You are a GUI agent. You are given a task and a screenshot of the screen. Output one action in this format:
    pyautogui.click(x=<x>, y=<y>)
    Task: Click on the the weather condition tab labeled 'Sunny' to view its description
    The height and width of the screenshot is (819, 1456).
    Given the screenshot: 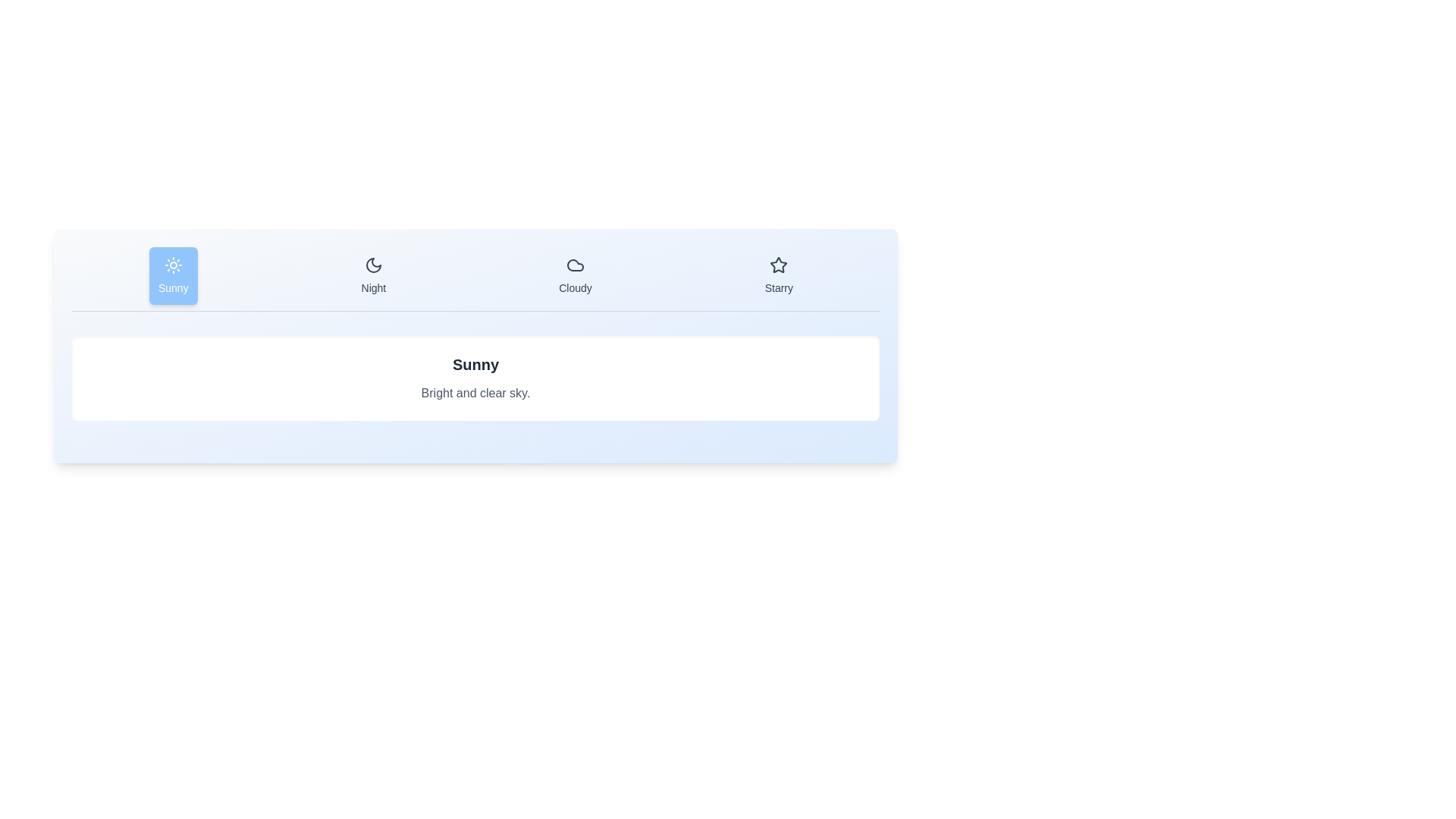 What is the action you would take?
    pyautogui.click(x=173, y=275)
    